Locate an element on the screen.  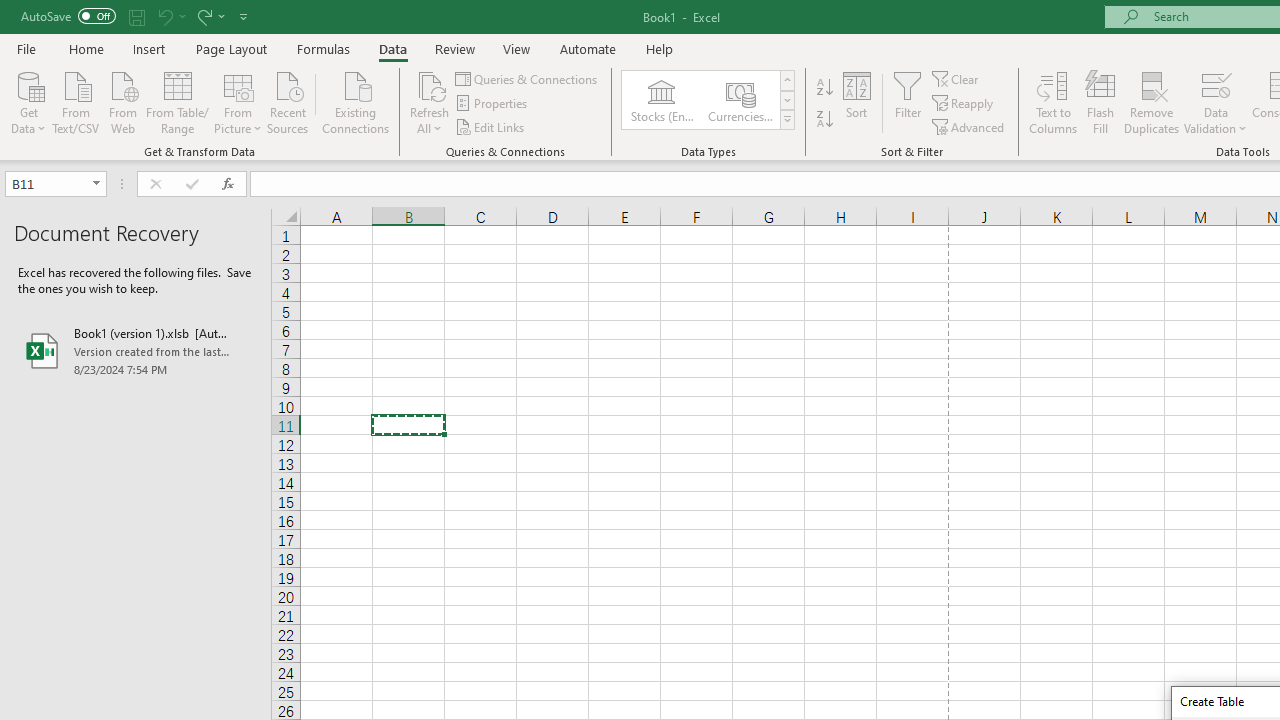
'Existing Connections' is located at coordinates (355, 101).